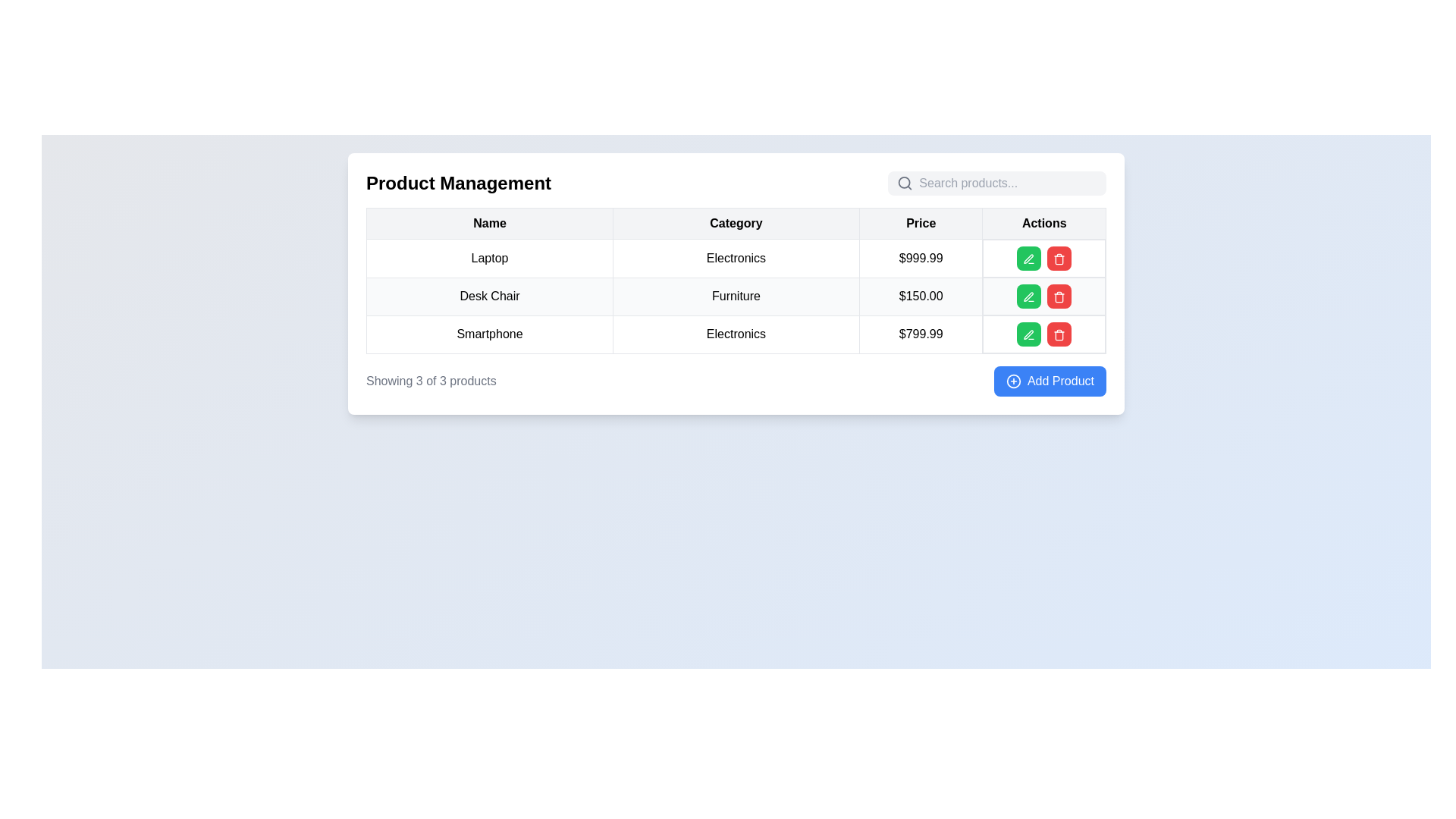 This screenshot has width=1456, height=819. Describe the element at coordinates (1059, 297) in the screenshot. I see `the trash bin icon button with a red background and white graphic in the 'Actions' column` at that location.